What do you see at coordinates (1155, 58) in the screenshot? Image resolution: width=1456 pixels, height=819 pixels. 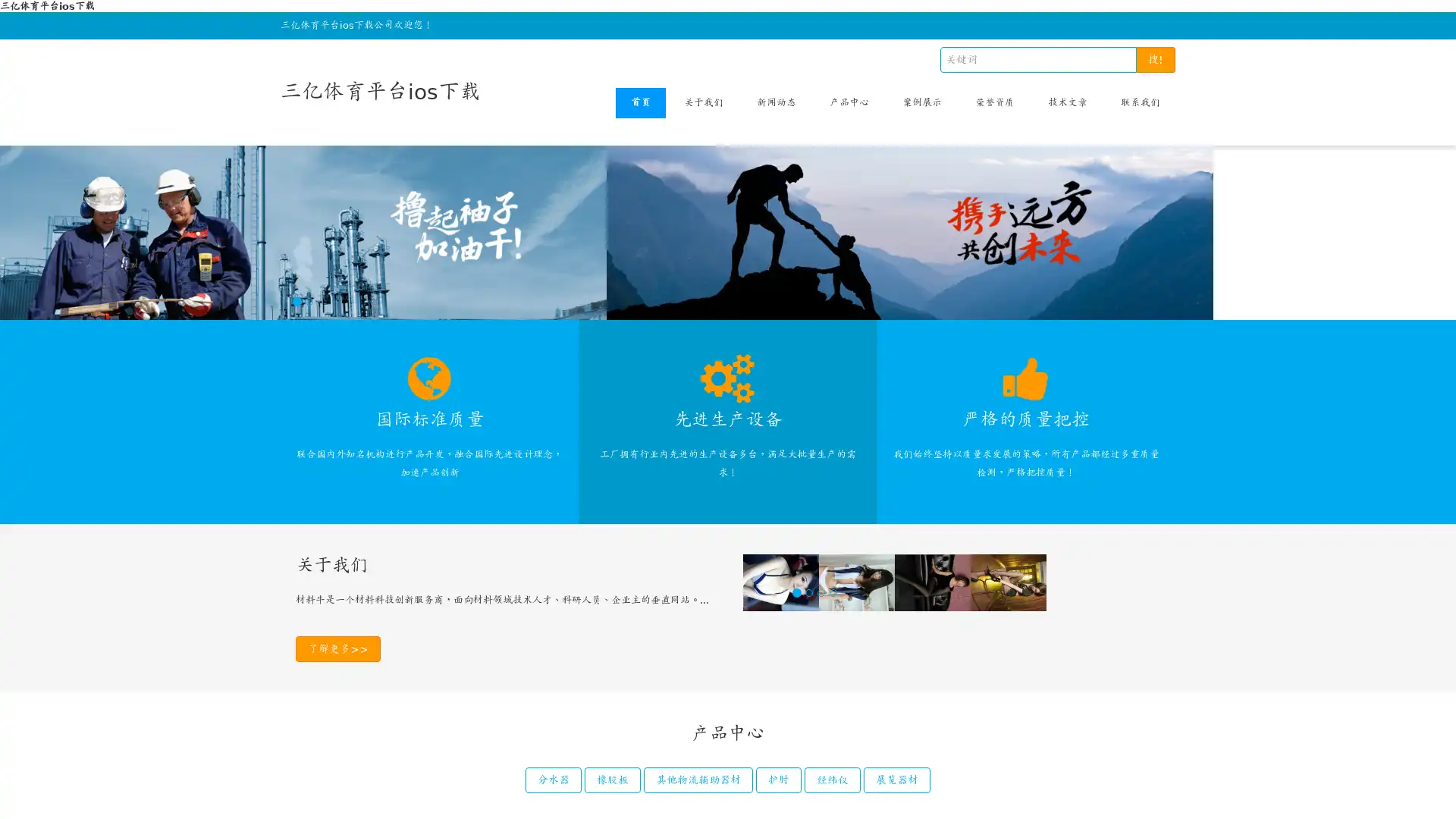 I see `!` at bounding box center [1155, 58].